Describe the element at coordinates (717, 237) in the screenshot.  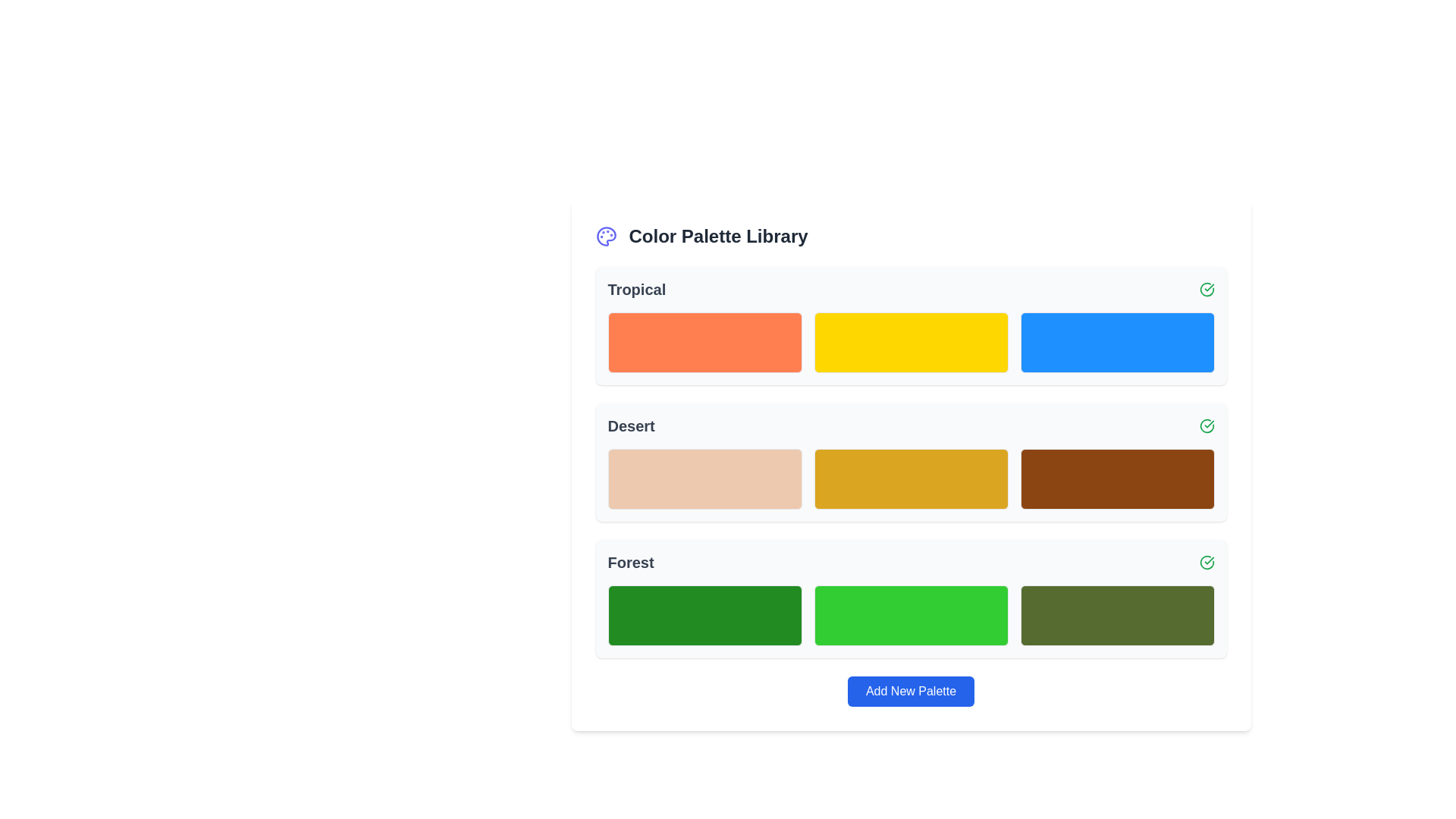
I see `the heading text element that says 'Color Palette Library', which is prominently displayed in a bold and large font at the top-left of the interface` at that location.